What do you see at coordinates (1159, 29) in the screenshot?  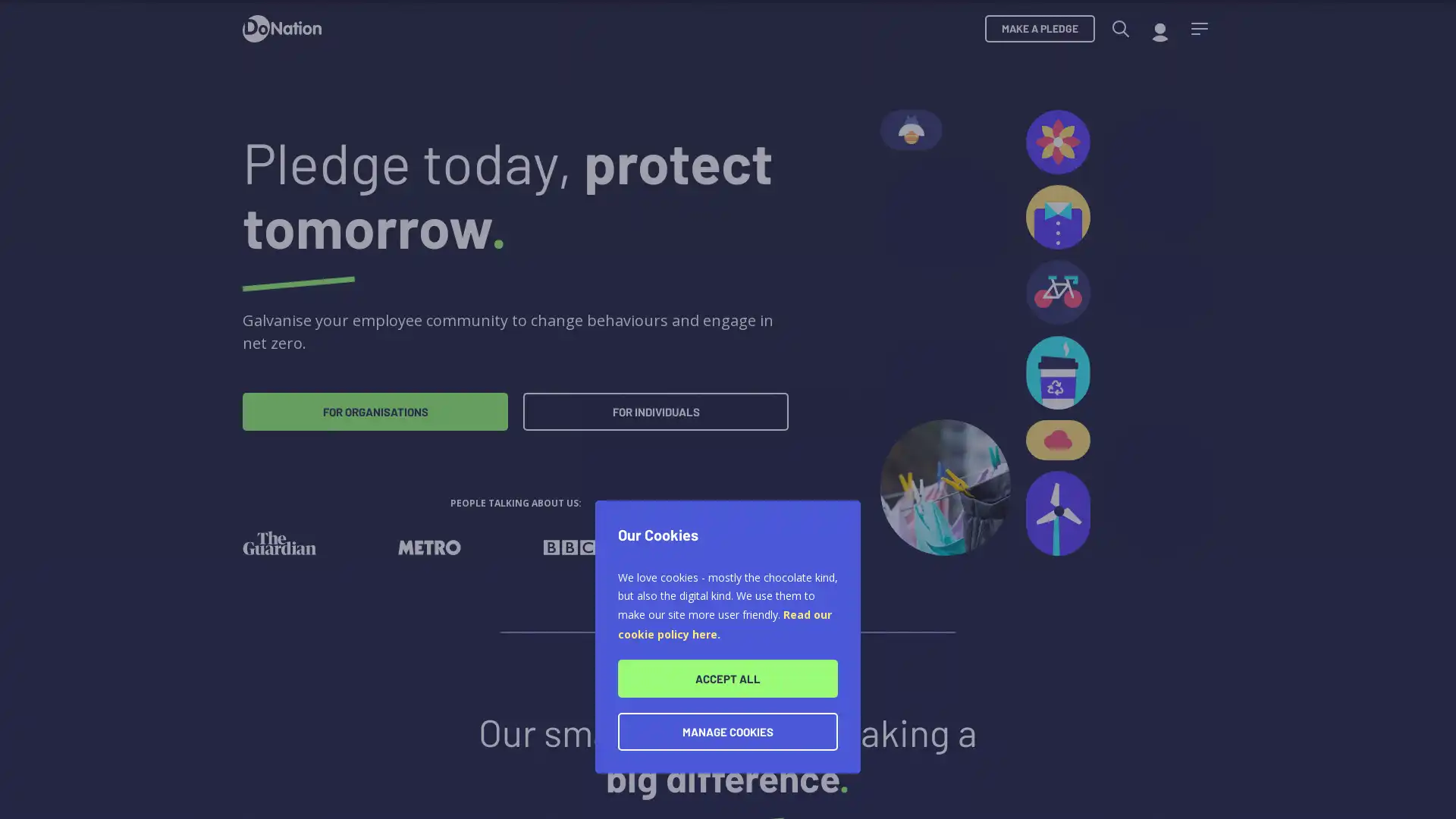 I see `My account` at bounding box center [1159, 29].